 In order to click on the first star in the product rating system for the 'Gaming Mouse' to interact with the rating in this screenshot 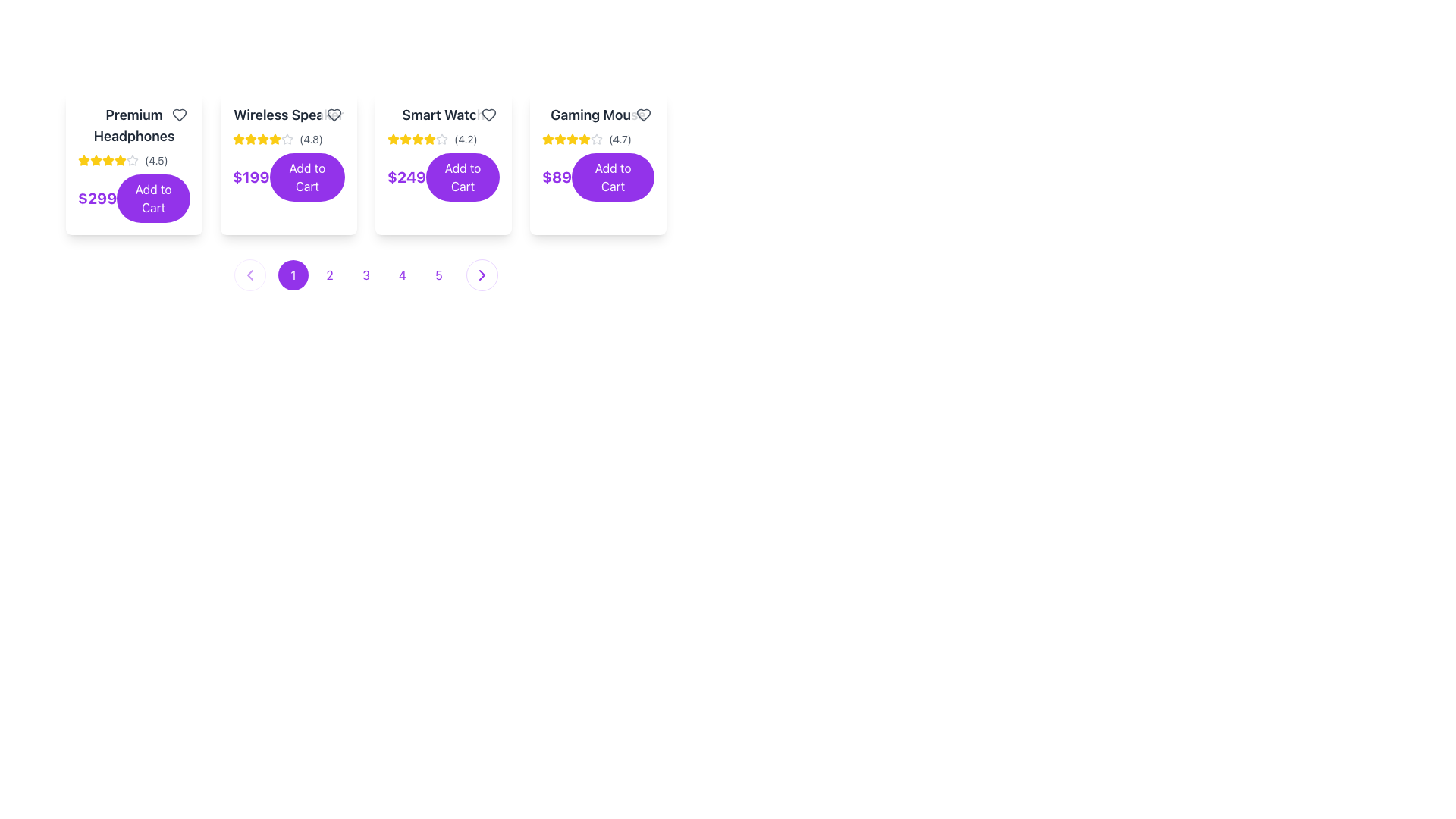, I will do `click(560, 139)`.